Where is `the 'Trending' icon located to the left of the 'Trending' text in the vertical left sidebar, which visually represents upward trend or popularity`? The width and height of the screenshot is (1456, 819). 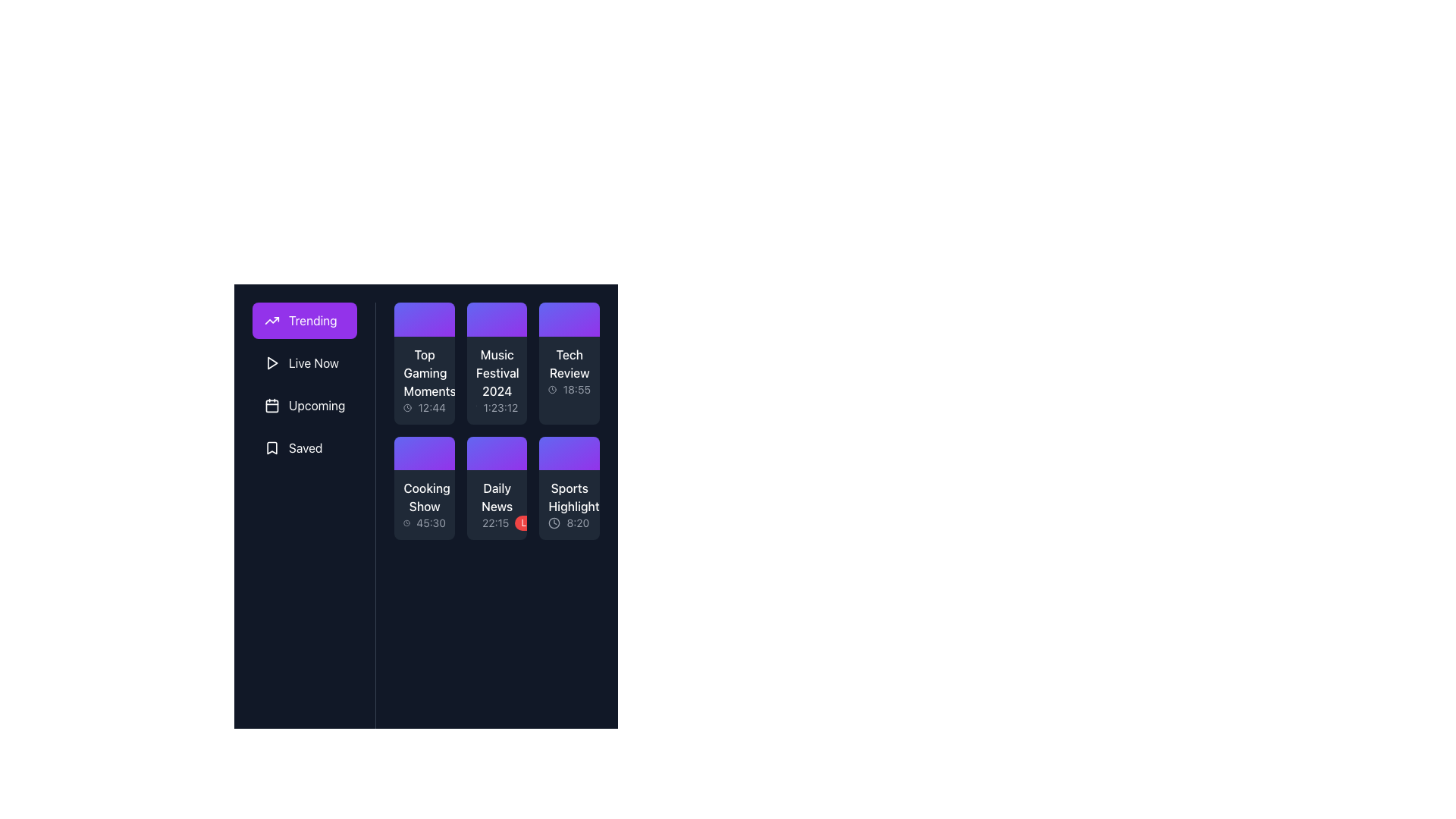 the 'Trending' icon located to the left of the 'Trending' text in the vertical left sidebar, which visually represents upward trend or popularity is located at coordinates (272, 320).